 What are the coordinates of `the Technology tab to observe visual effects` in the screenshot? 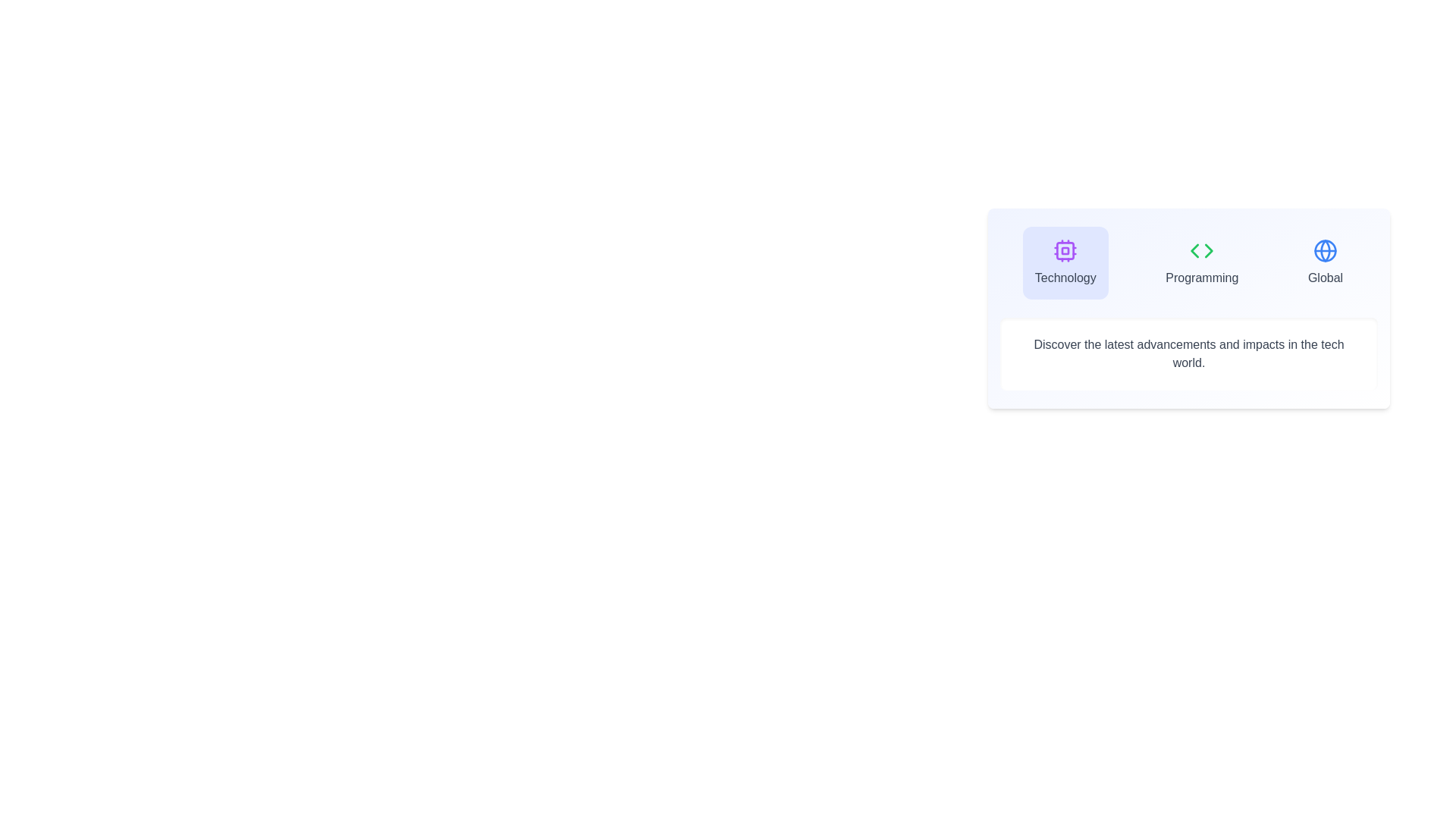 It's located at (1065, 262).